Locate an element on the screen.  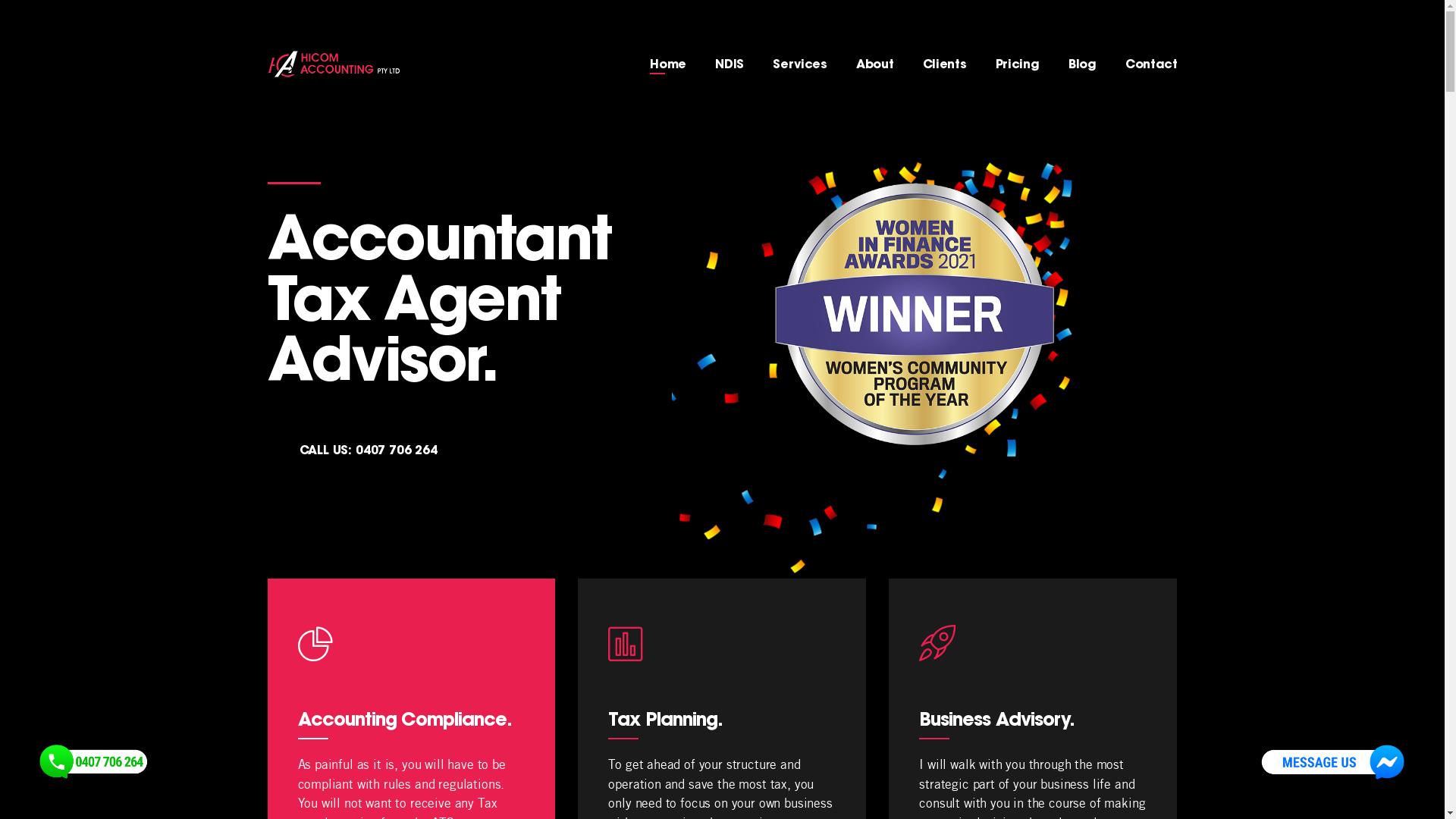
'Blog' is located at coordinates (1081, 64).